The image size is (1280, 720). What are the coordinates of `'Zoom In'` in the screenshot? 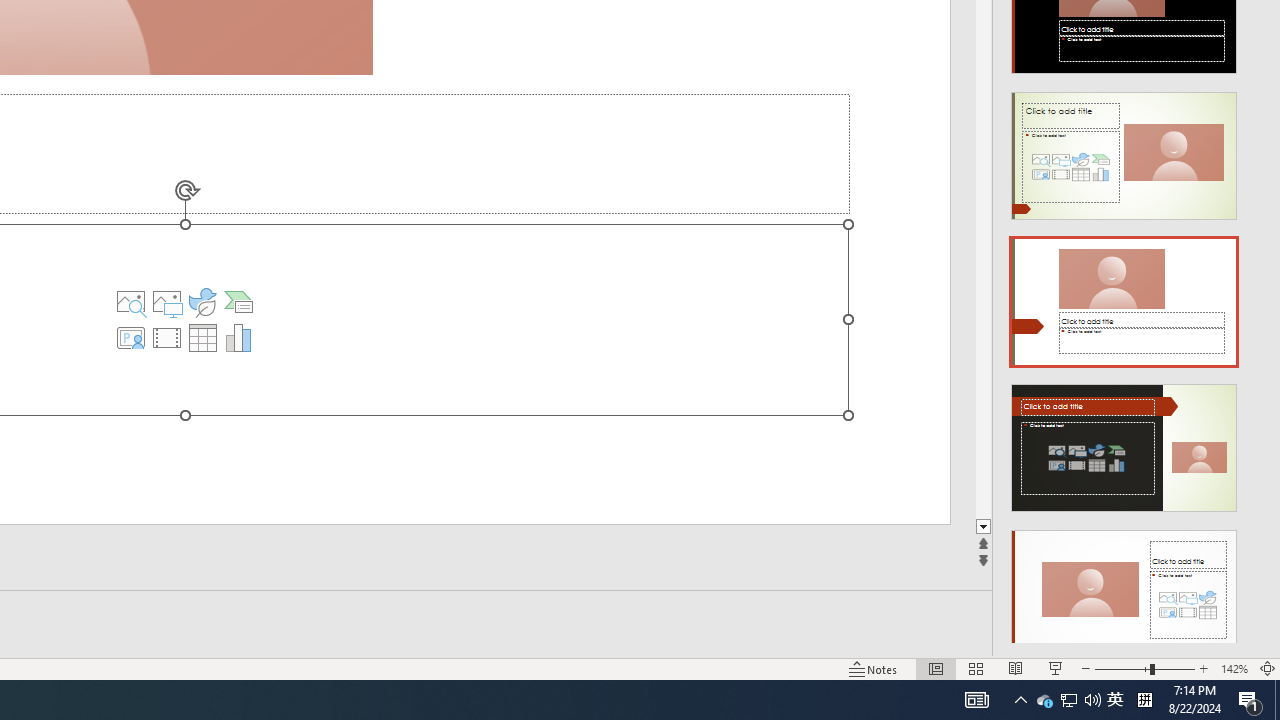 It's located at (1203, 669).